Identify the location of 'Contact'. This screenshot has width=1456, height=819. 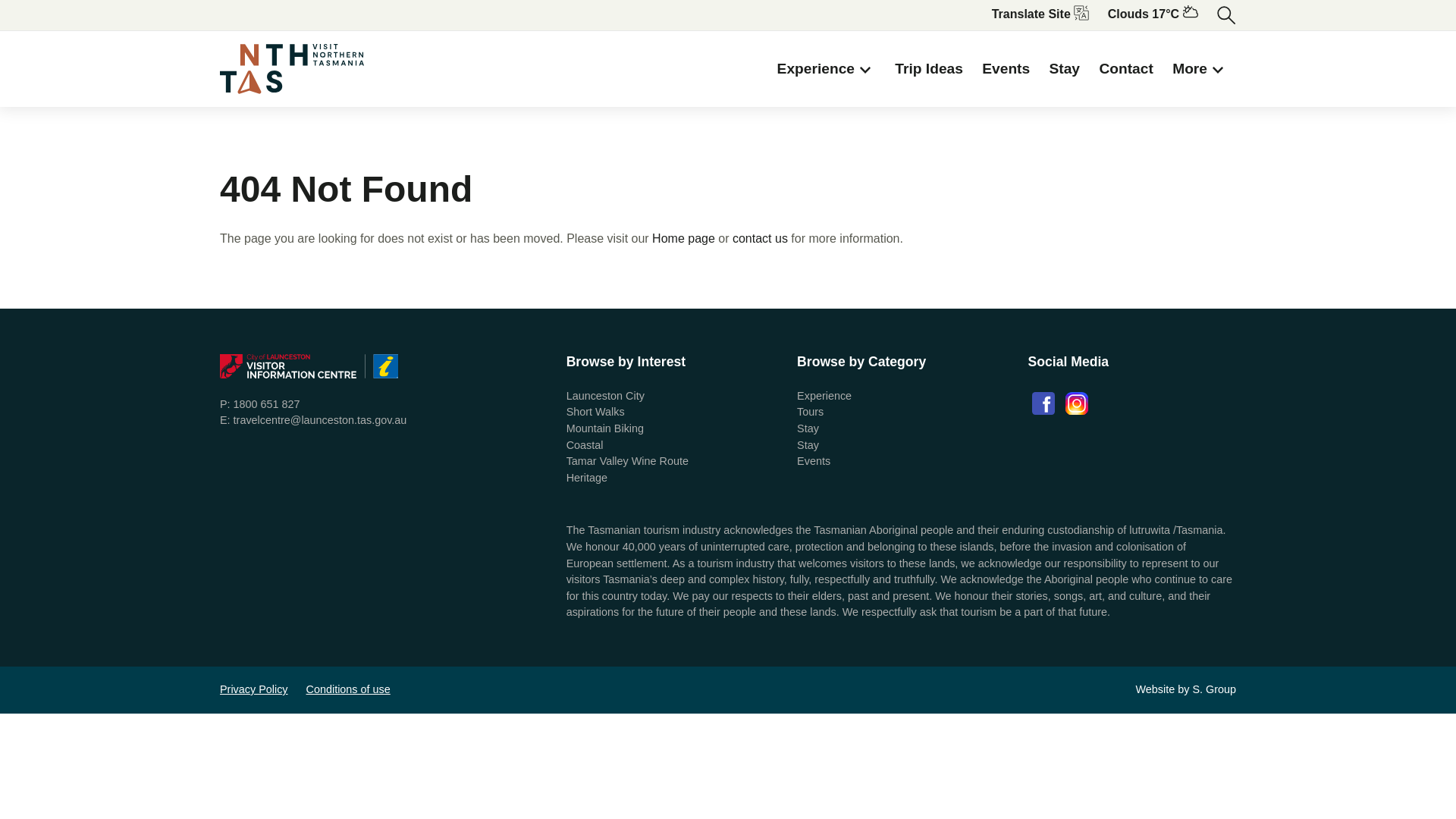
(1125, 69).